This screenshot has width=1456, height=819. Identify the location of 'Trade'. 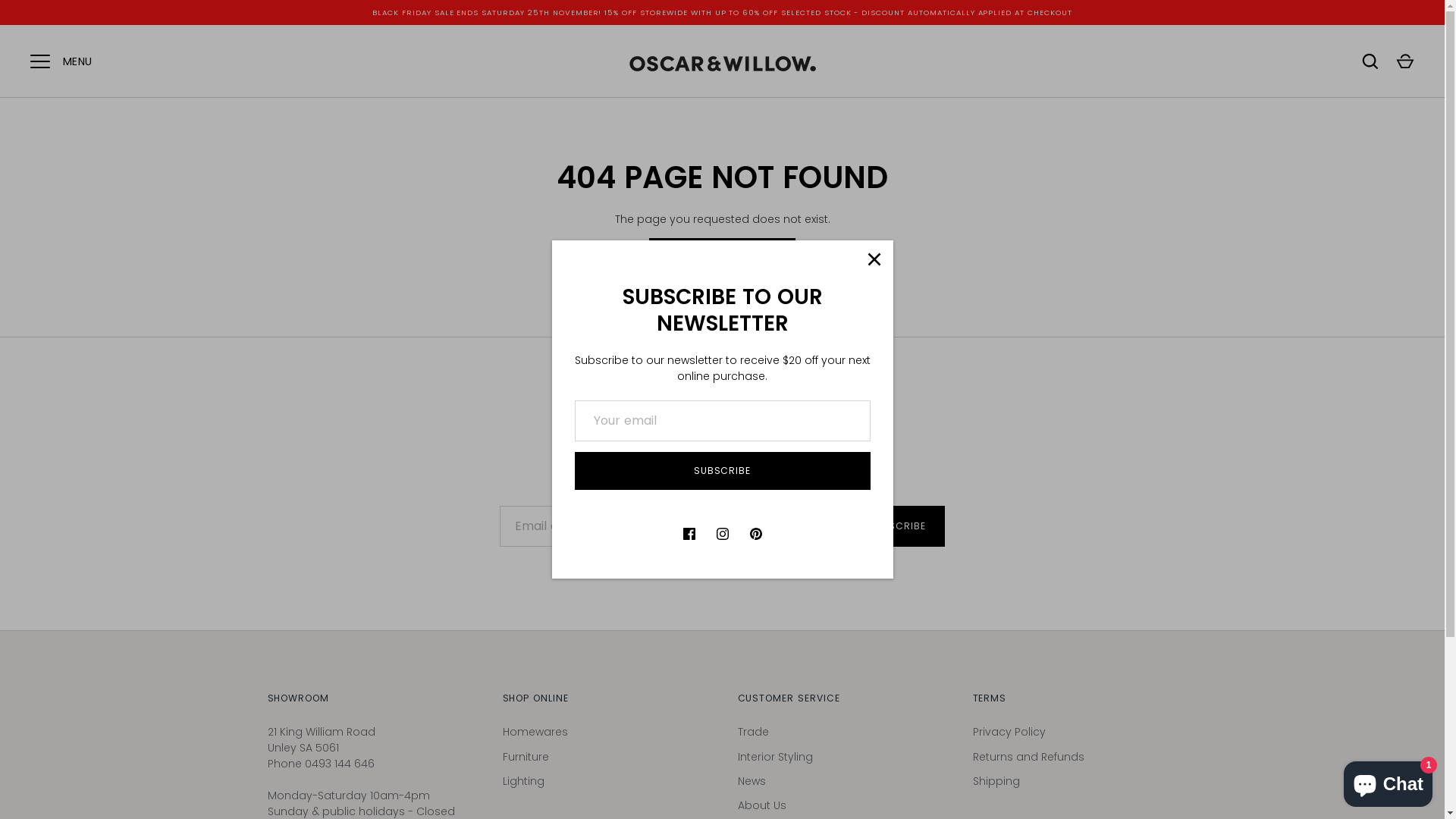
(752, 730).